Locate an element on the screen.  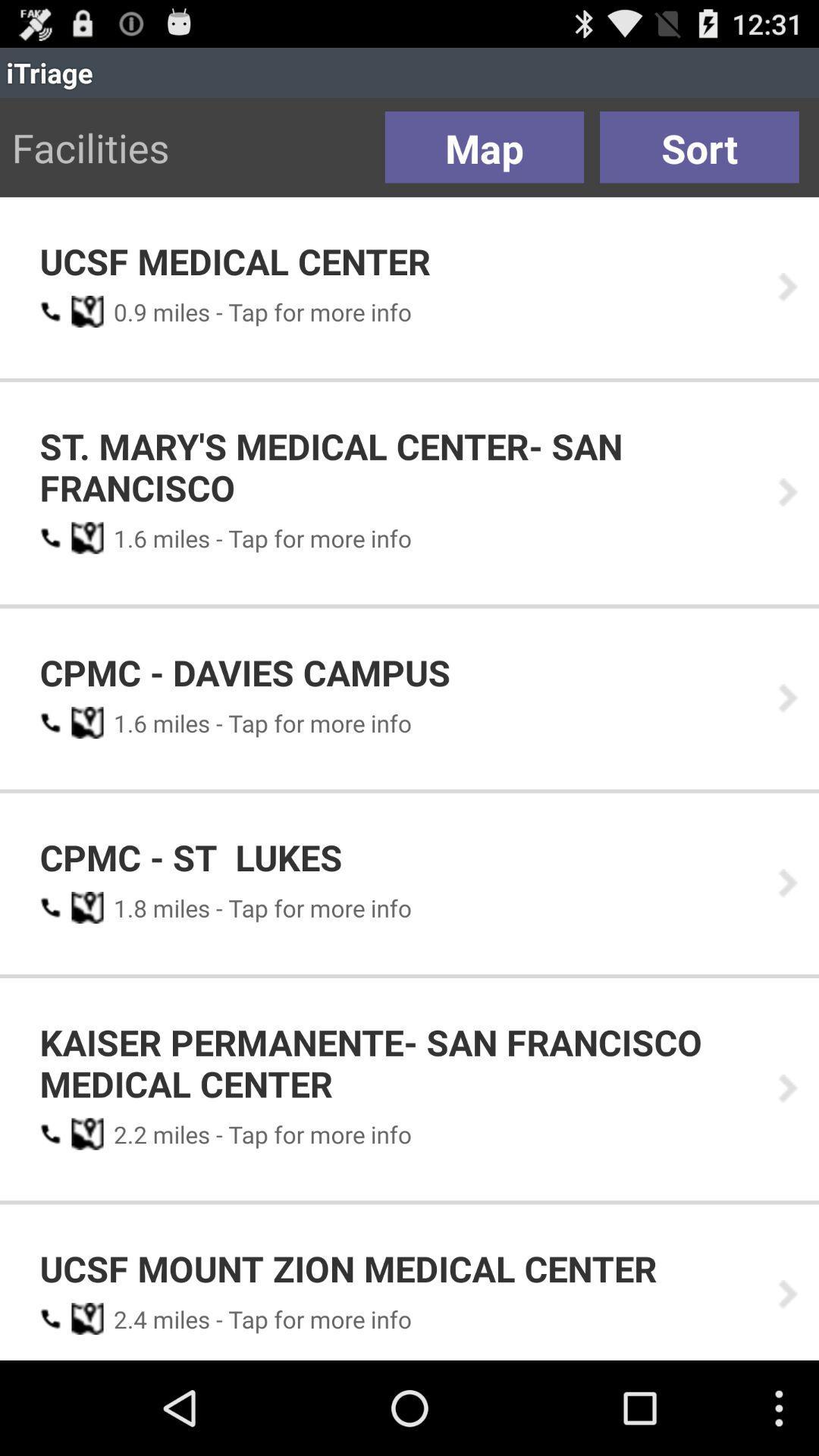
item next to the map is located at coordinates (699, 147).